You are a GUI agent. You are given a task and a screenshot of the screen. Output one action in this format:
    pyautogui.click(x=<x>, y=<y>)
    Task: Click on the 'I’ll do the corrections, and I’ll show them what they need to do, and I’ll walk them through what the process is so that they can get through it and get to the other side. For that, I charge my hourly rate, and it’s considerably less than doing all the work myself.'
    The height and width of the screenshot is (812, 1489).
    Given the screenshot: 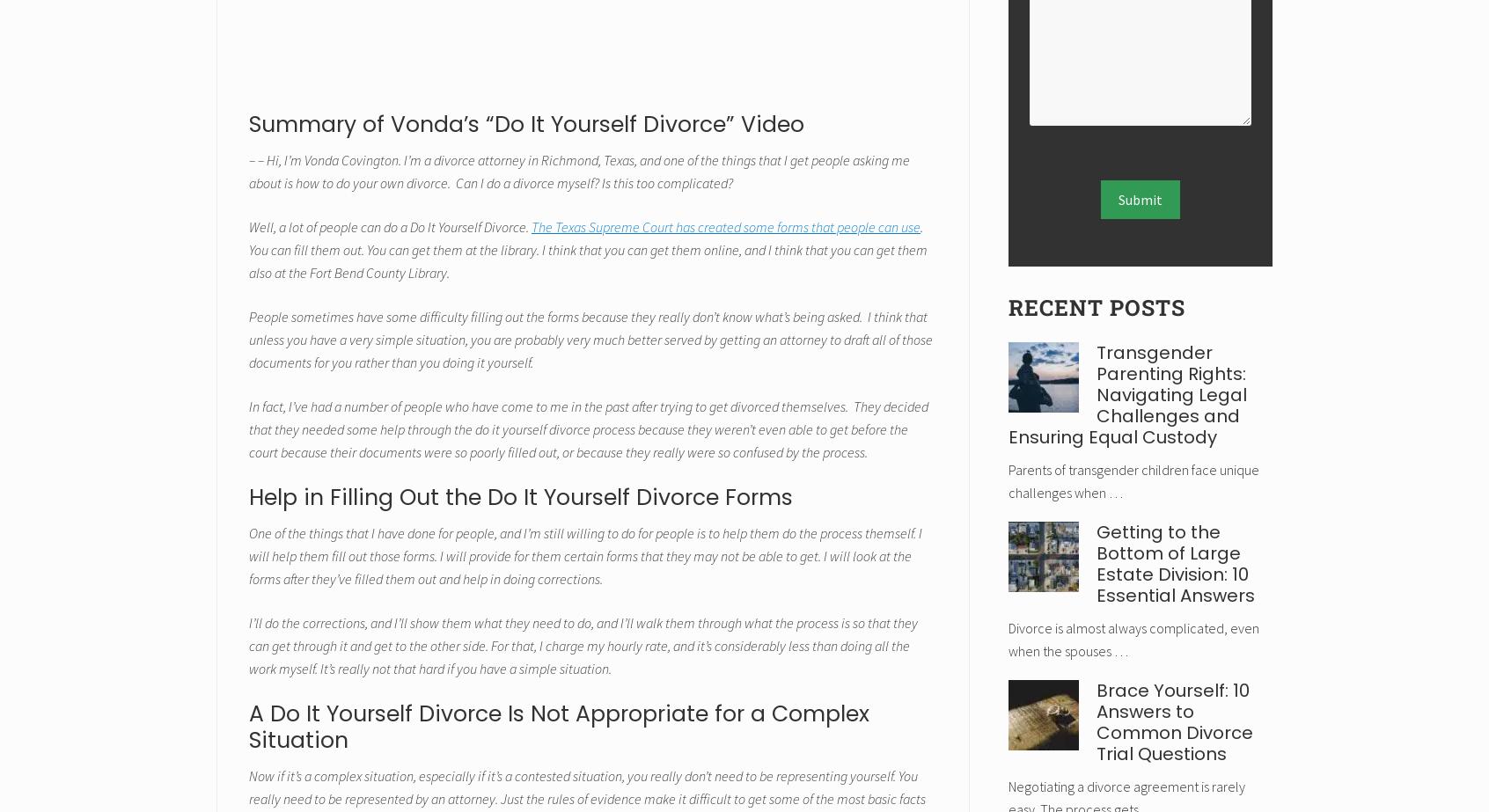 What is the action you would take?
    pyautogui.click(x=583, y=643)
    